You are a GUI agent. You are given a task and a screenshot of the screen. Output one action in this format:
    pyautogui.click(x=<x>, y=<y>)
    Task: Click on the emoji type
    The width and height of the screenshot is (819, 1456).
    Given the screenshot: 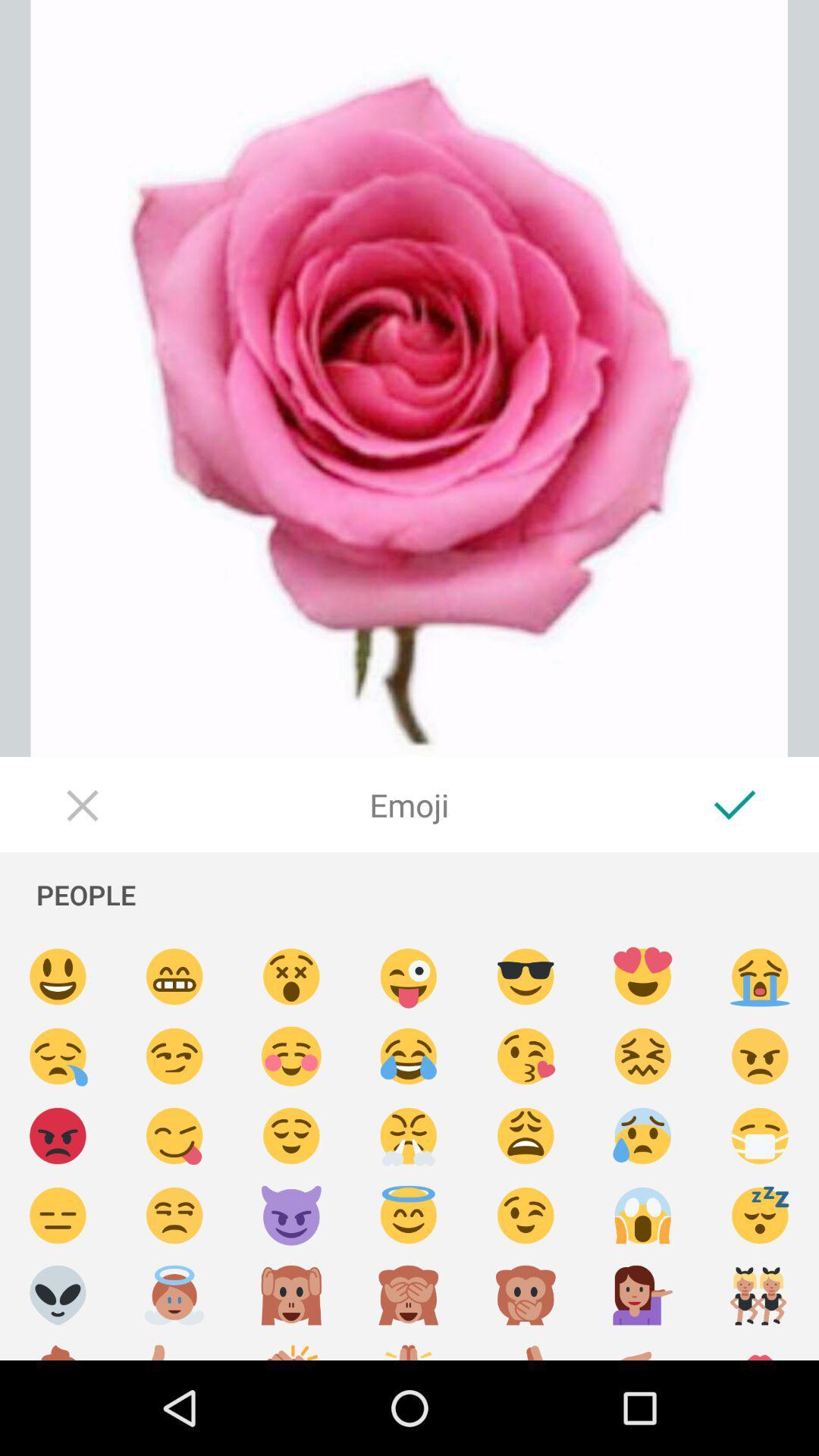 What is the action you would take?
    pyautogui.click(x=408, y=1348)
    